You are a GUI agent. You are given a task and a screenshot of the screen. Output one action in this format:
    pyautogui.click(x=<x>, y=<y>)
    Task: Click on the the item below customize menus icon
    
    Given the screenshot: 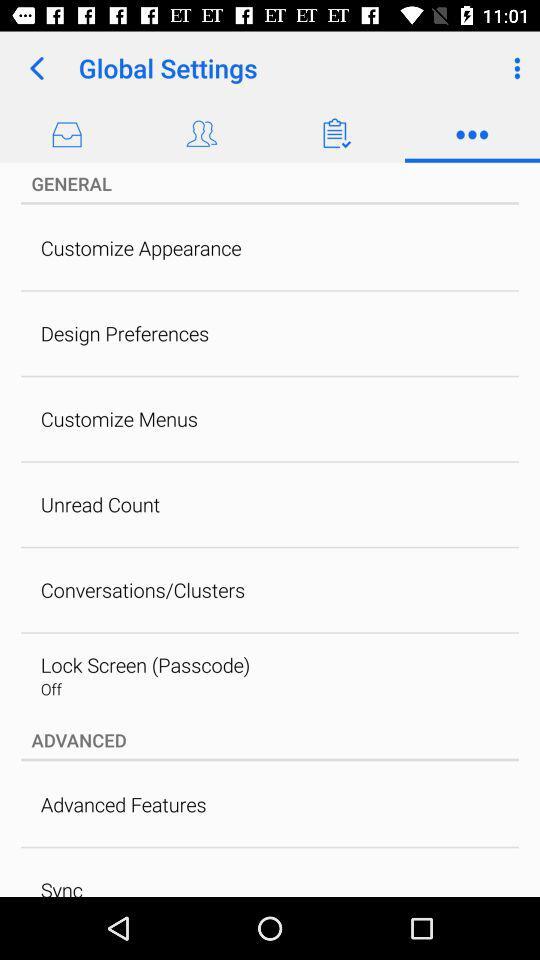 What is the action you would take?
    pyautogui.click(x=99, y=503)
    